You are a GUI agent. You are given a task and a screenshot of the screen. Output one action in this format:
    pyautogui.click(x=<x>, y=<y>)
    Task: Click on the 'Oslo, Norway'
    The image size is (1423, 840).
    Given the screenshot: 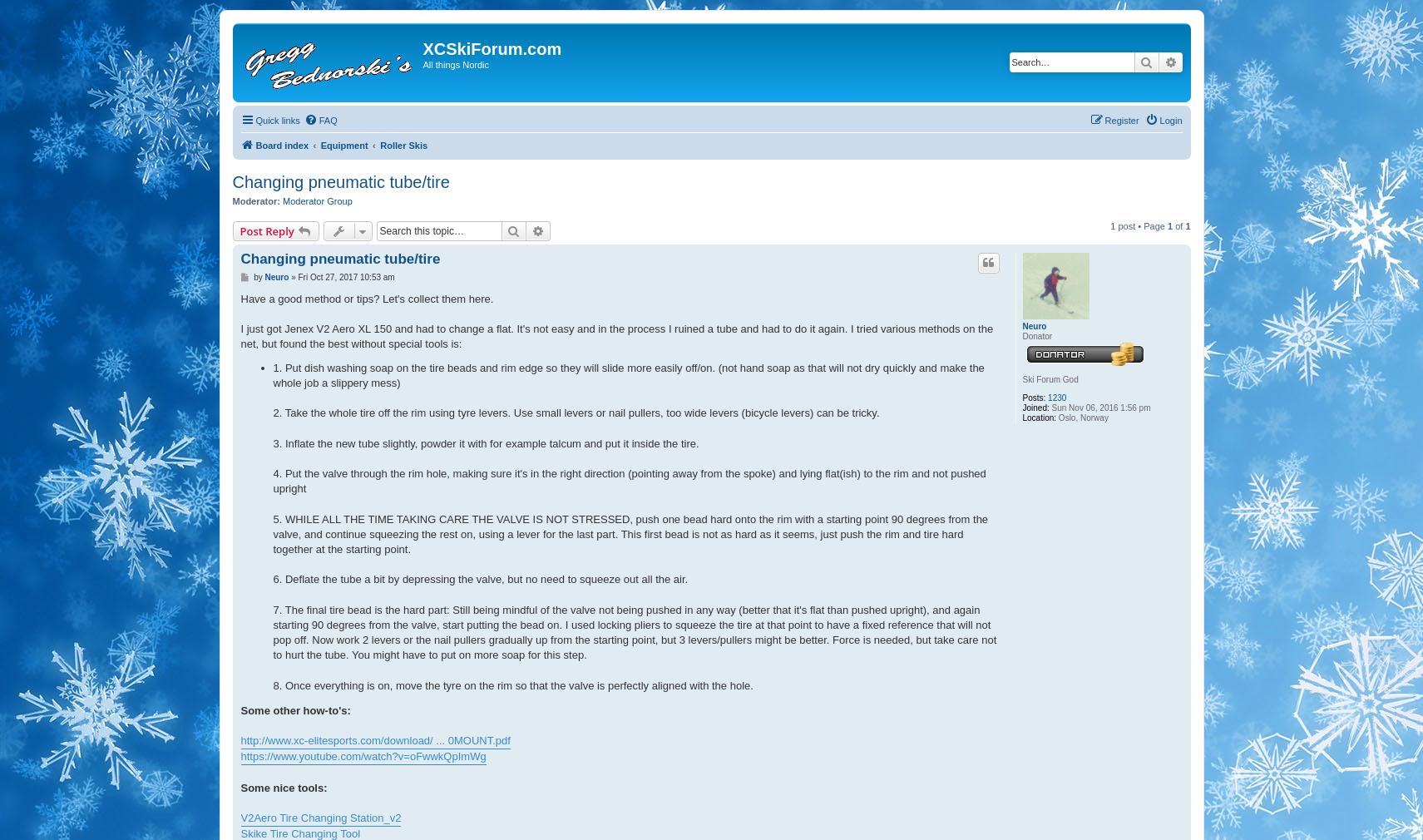 What is the action you would take?
    pyautogui.click(x=1055, y=418)
    